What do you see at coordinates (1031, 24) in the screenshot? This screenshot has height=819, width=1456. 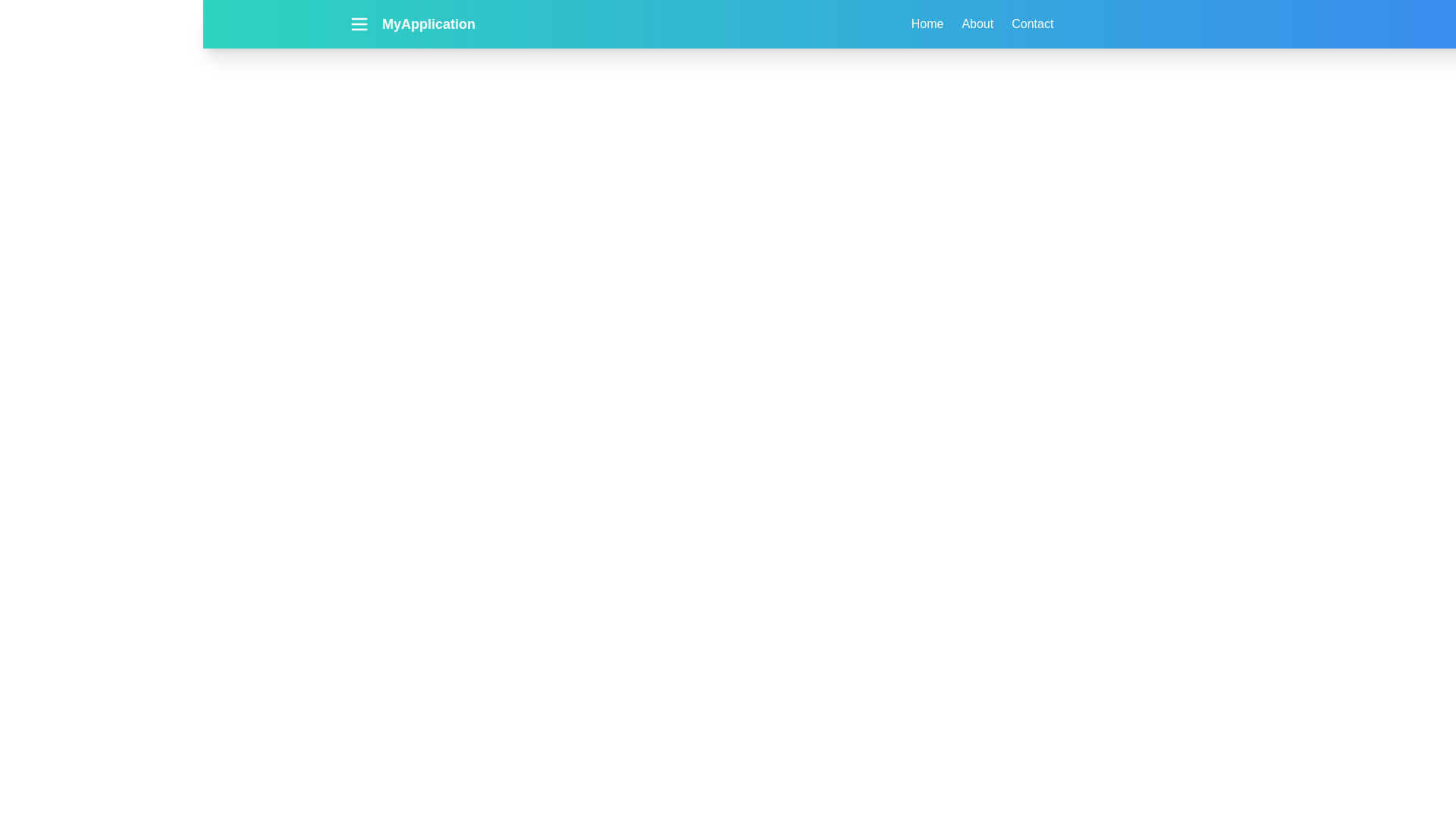 I see `the 'Contact' link in the navigation bar` at bounding box center [1031, 24].